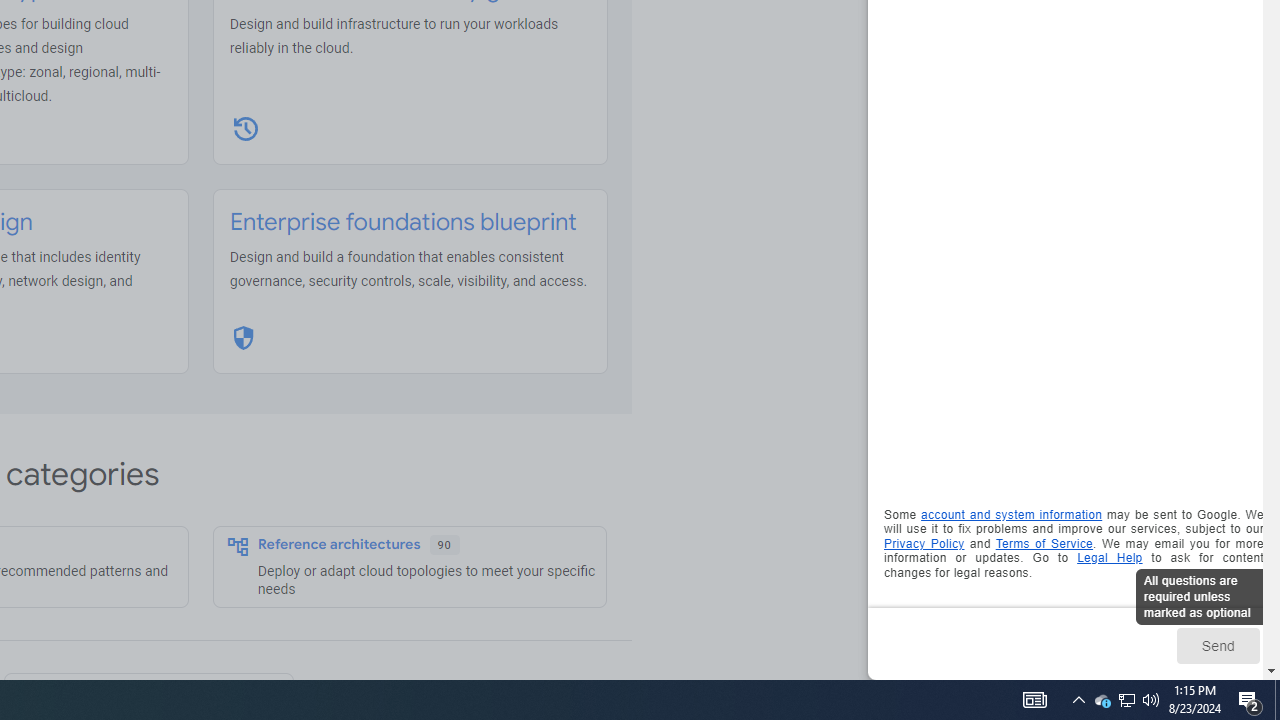  I want to click on 'Opens in a new tab. Terms of Service', so click(1043, 543).